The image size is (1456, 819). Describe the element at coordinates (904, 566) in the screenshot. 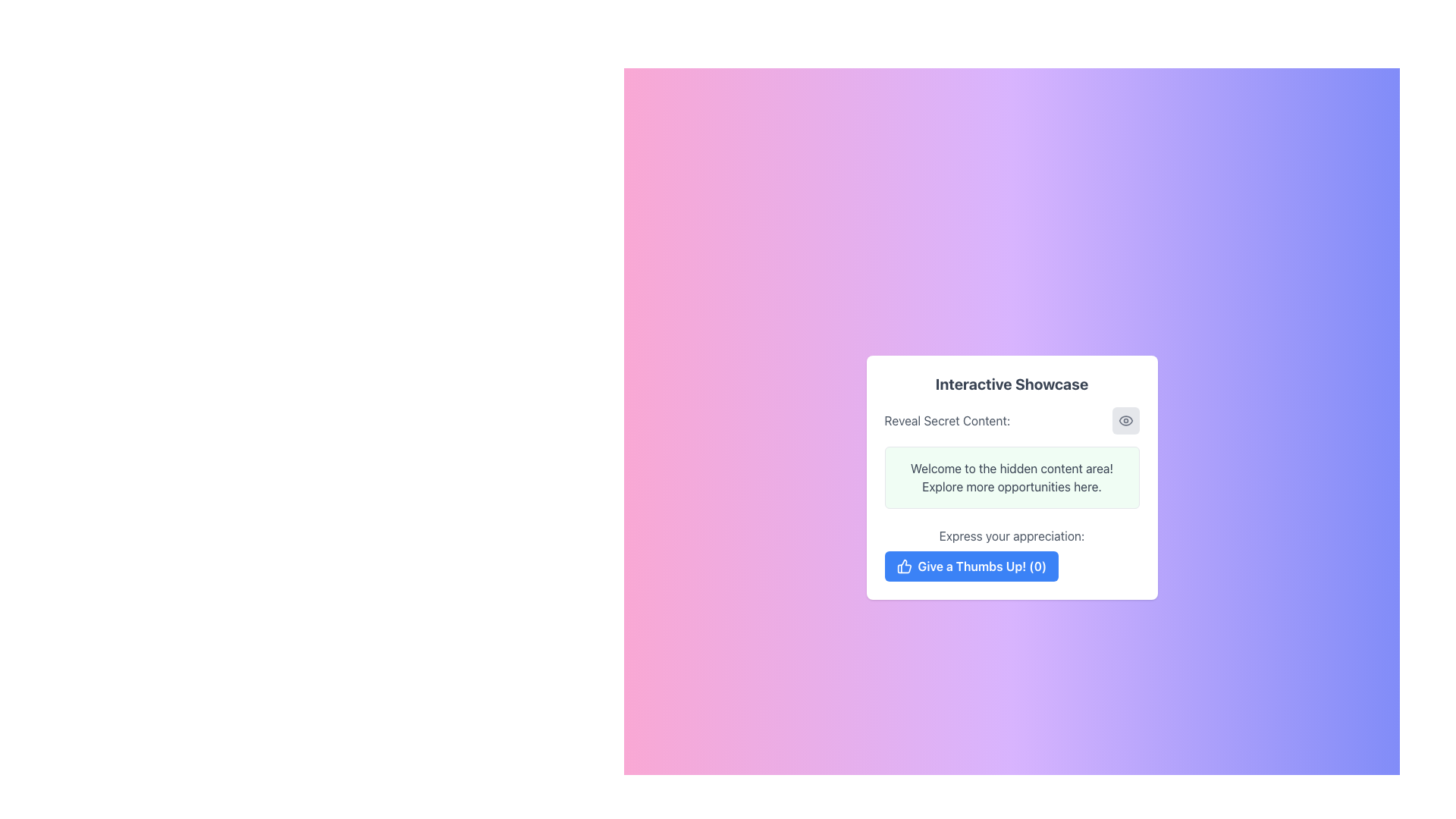

I see `the thumbs-up icon with a blue background and white outline, which is the leftmost component of the button labeled 'Give a Thumbs Up! (0)', located below the 'Express your appreciation:' text` at that location.